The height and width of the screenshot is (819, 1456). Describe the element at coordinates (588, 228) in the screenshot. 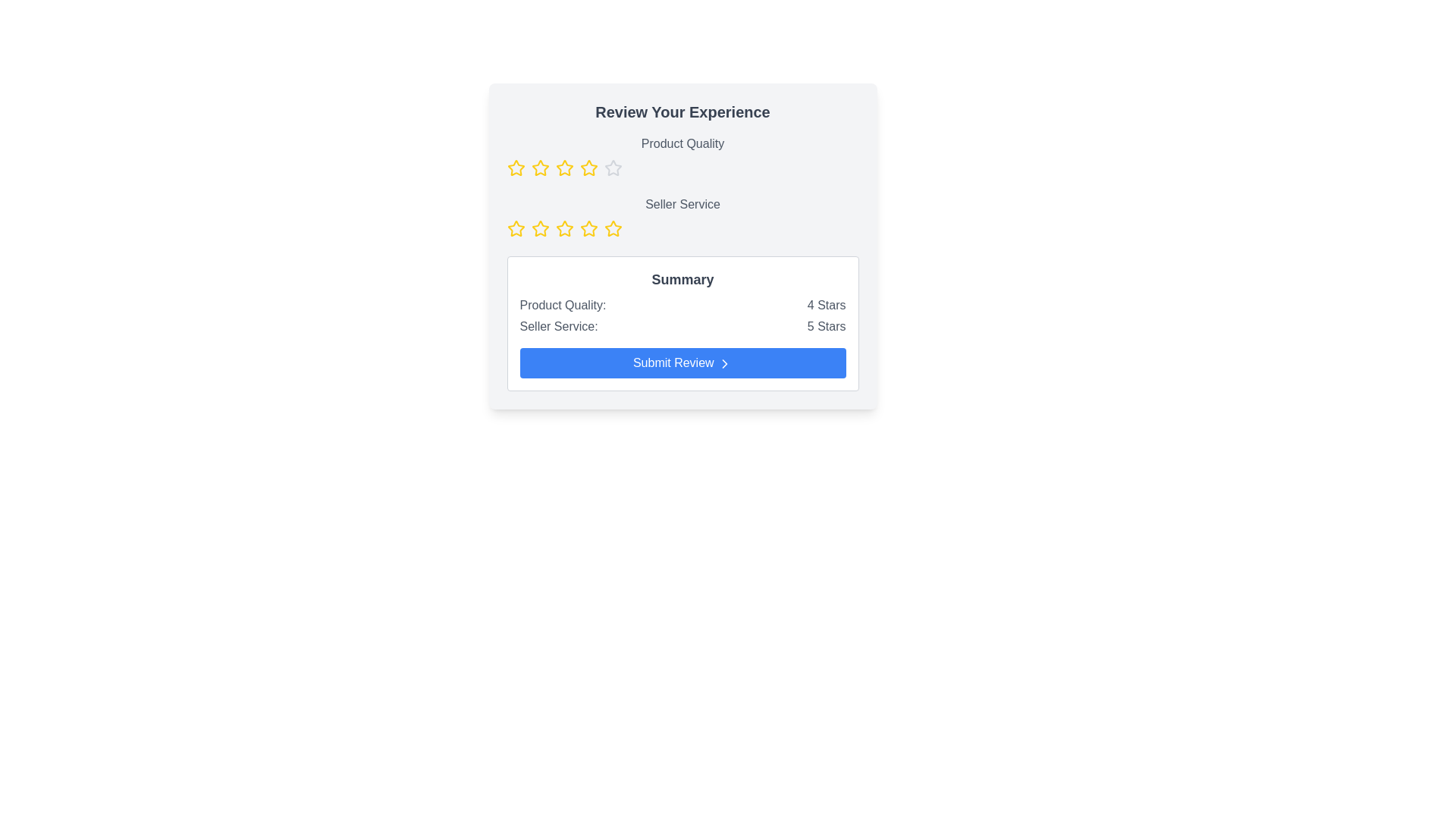

I see `the fifth star icon in the lower row of the rating component under the 'Seller Service' label to rate it` at that location.